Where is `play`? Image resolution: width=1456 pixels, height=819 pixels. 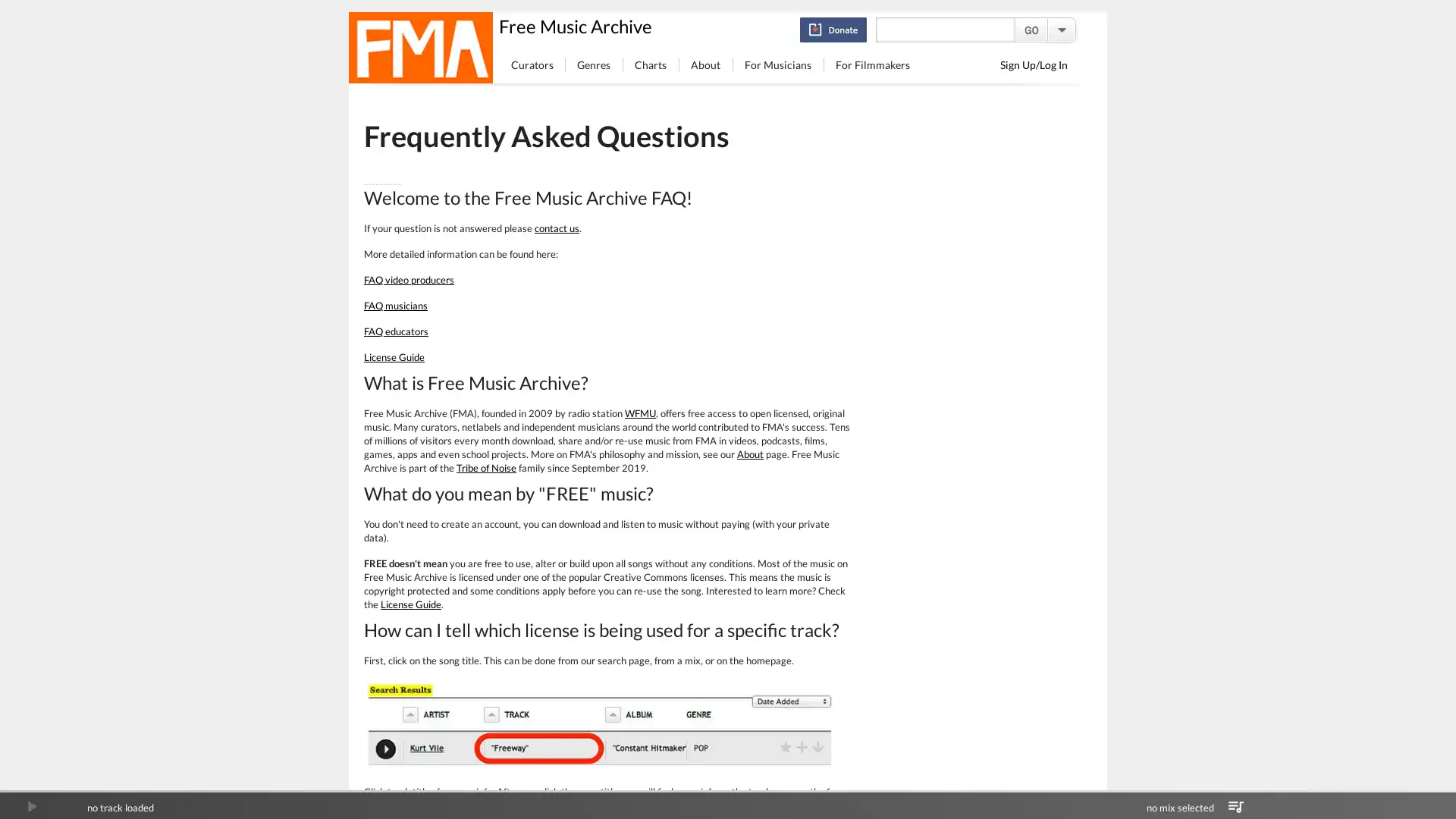
play is located at coordinates (31, 806).